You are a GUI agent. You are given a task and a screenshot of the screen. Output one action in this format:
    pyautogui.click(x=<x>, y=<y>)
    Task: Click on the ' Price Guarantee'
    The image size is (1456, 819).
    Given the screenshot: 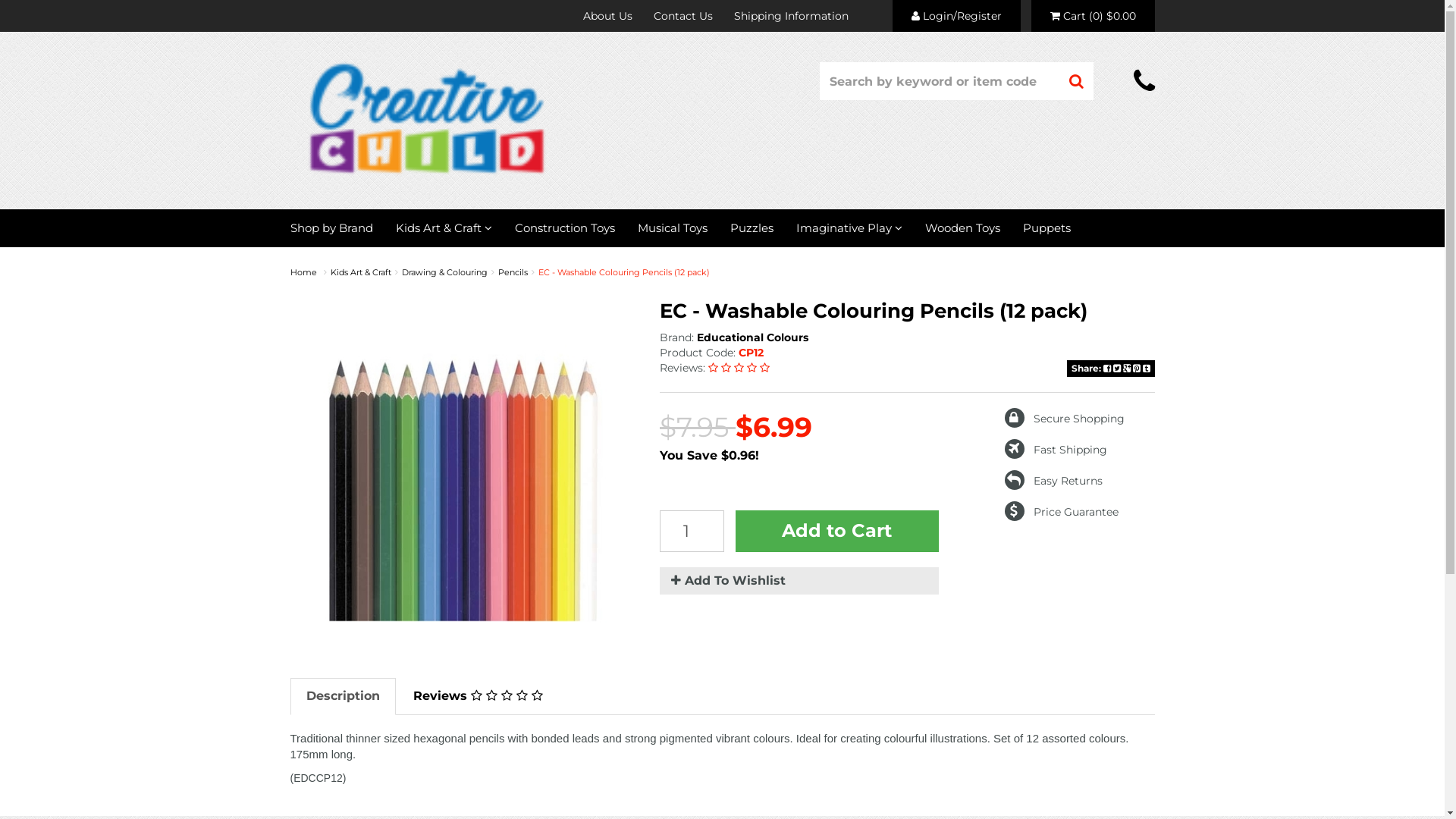 What is the action you would take?
    pyautogui.click(x=1061, y=512)
    